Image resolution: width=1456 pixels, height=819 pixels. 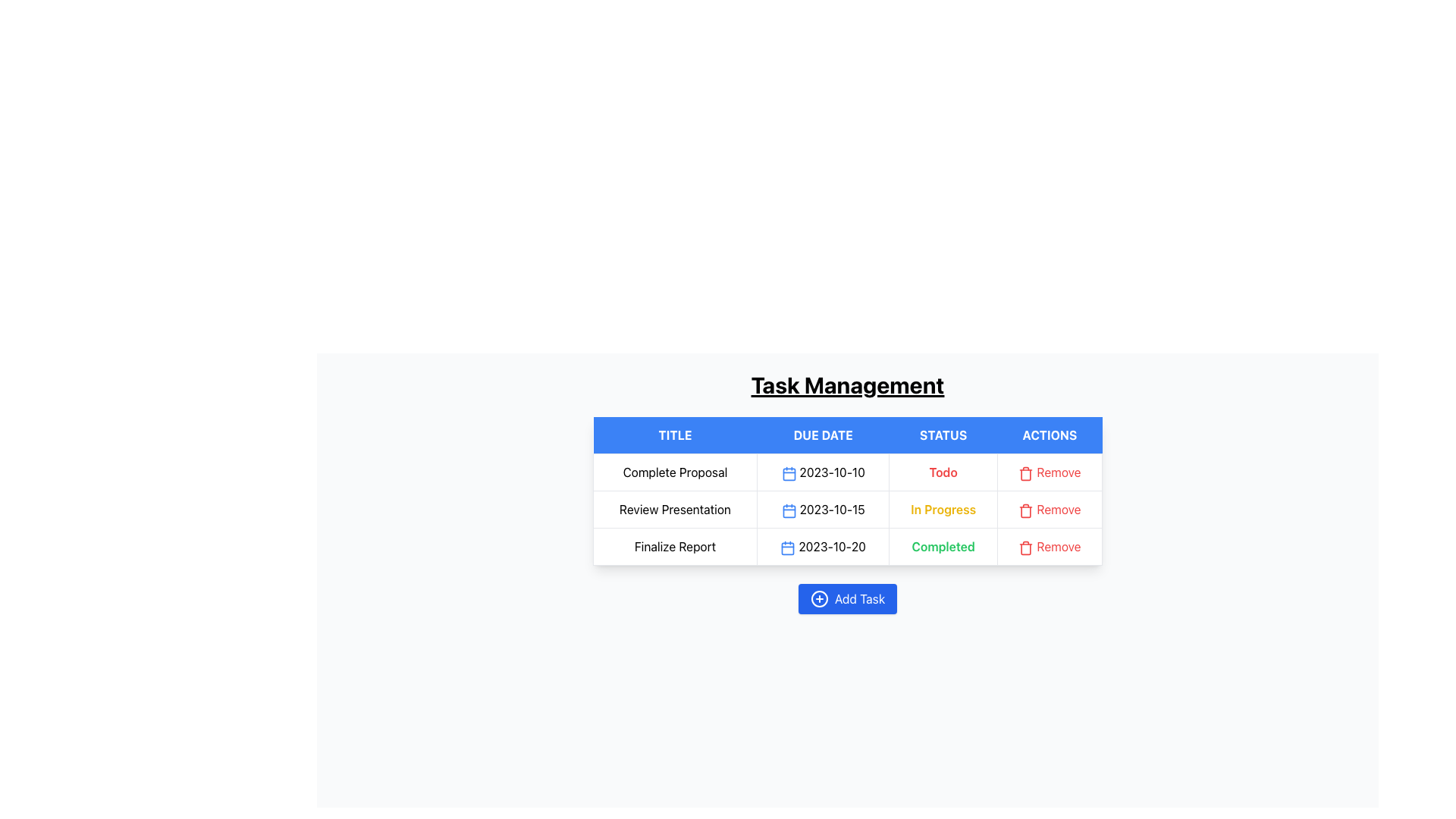 I want to click on task details from the second row of the task management table, which includes the task title, due date, and current status, so click(x=847, y=509).